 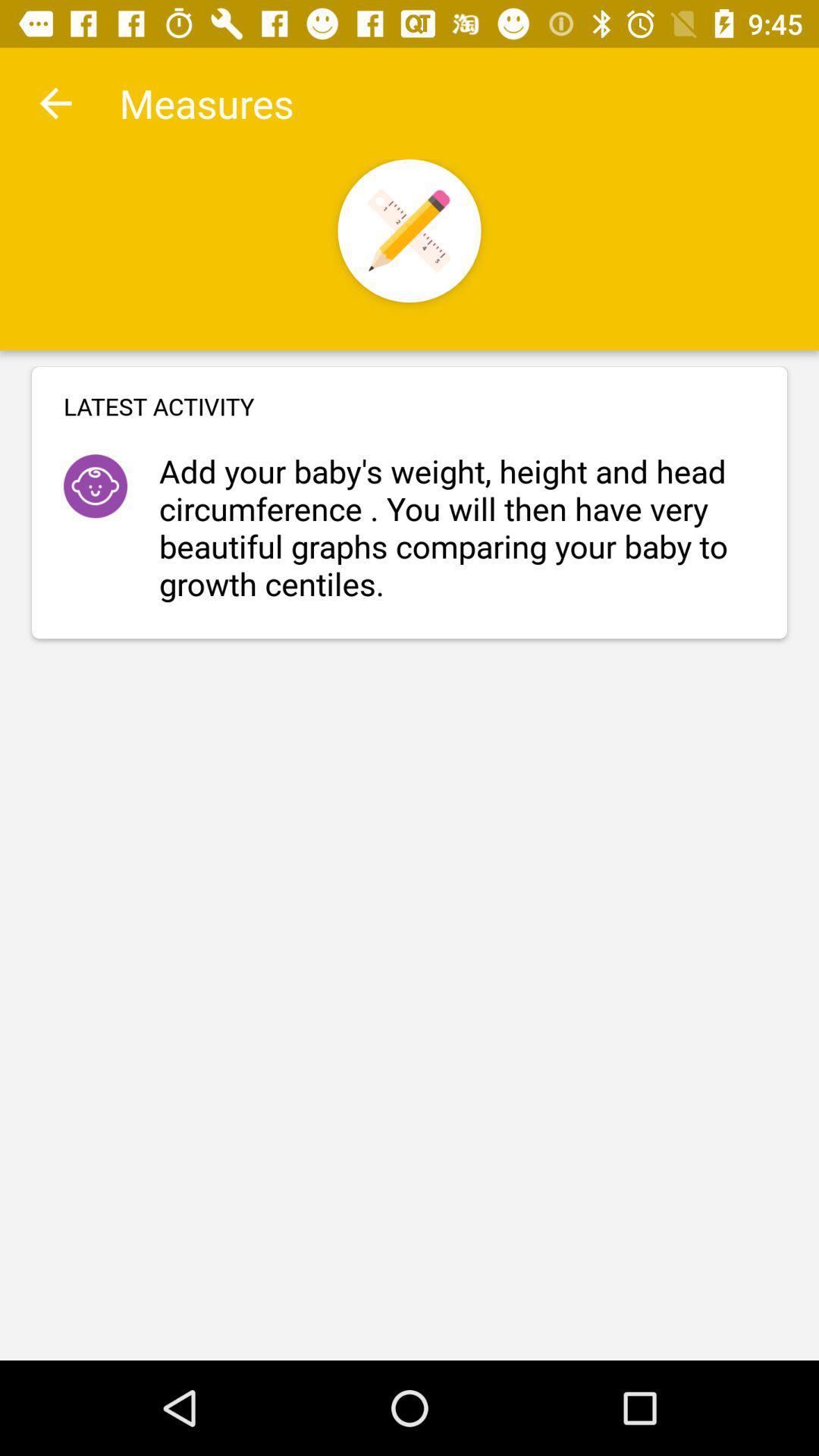 I want to click on item next to the measures, so click(x=55, y=102).